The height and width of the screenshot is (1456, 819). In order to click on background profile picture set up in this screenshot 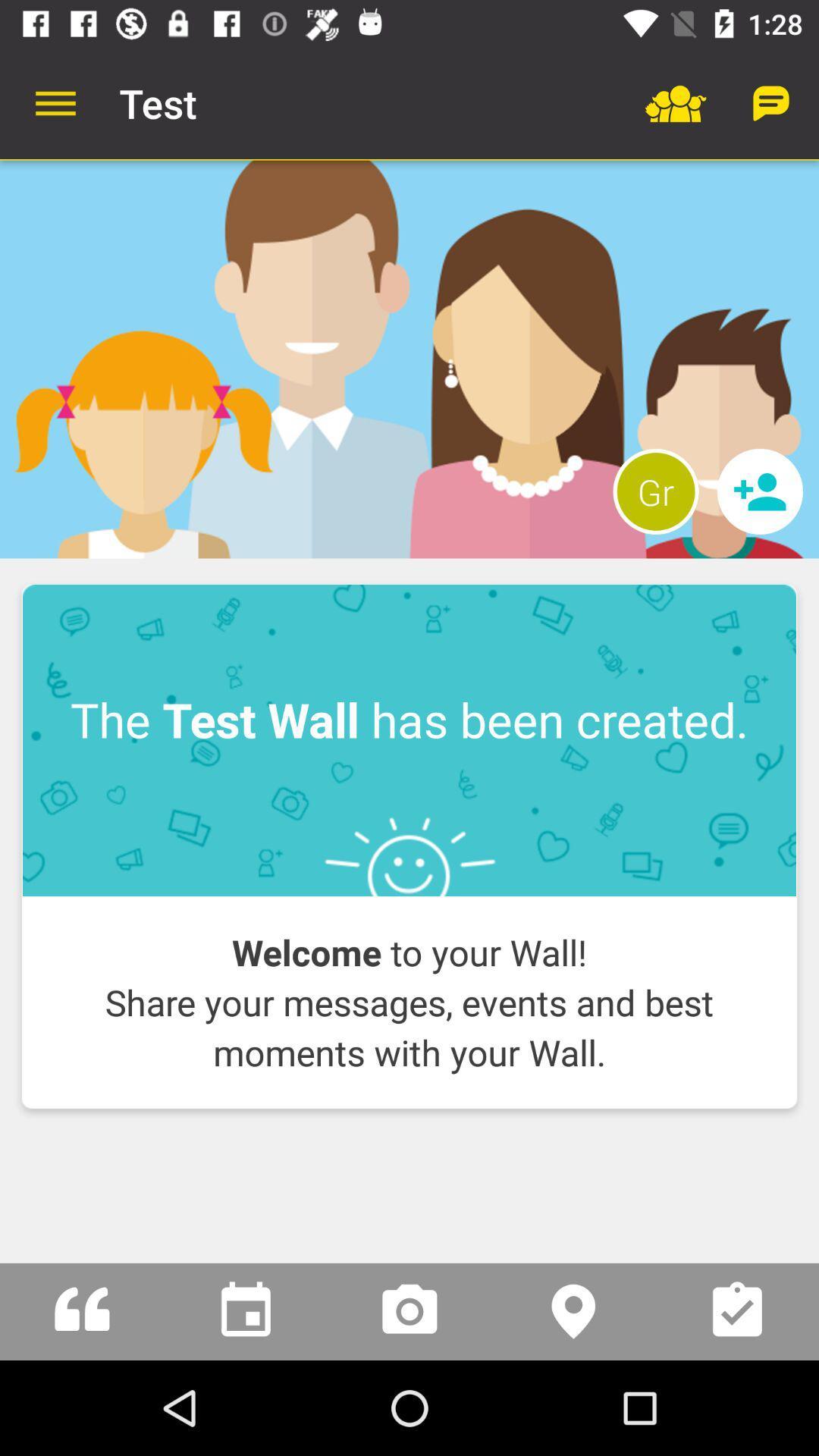, I will do `click(409, 359)`.